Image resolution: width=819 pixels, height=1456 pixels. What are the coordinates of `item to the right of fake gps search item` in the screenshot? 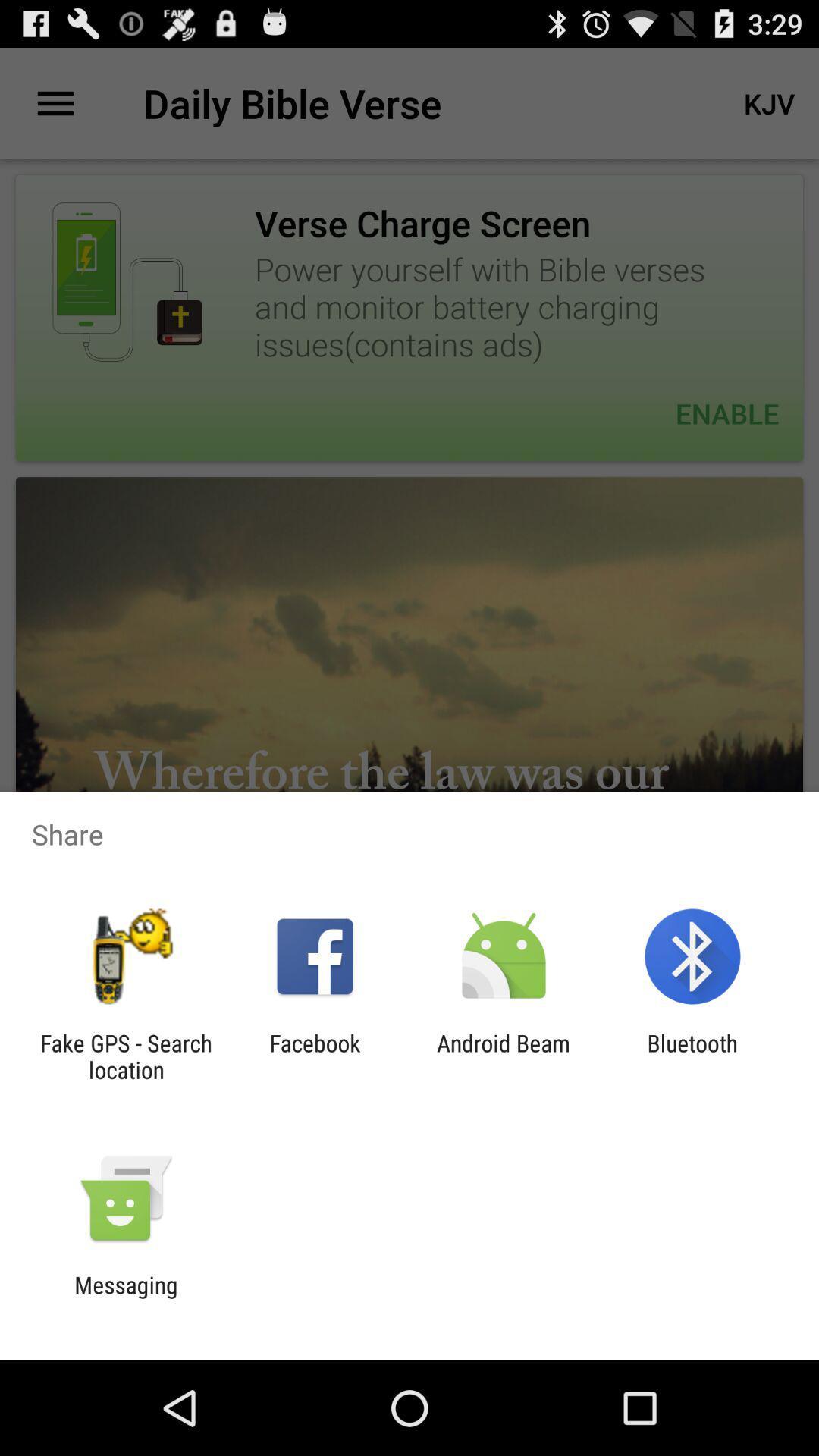 It's located at (314, 1056).